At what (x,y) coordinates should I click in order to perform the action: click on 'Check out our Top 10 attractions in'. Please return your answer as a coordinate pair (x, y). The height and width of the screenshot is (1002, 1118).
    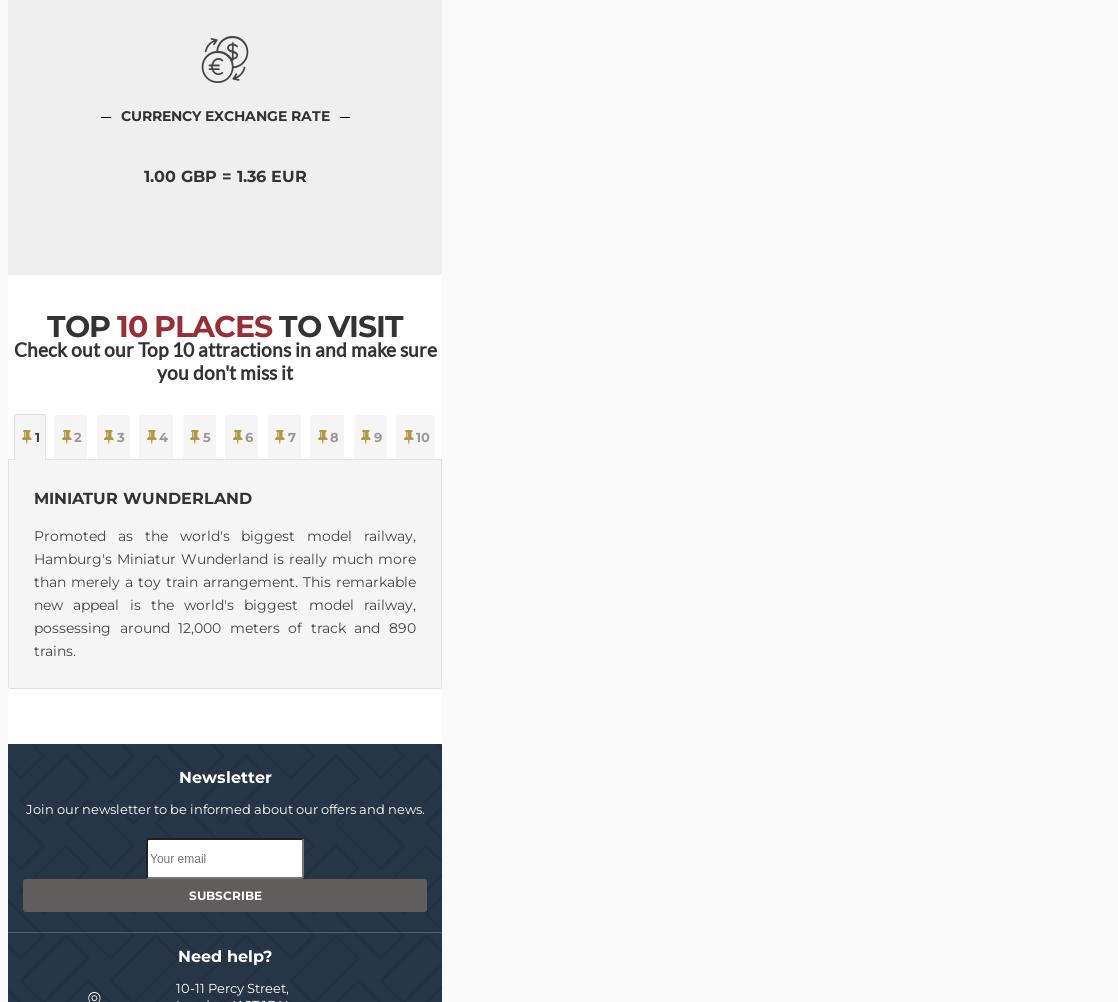
    Looking at the image, I should click on (163, 348).